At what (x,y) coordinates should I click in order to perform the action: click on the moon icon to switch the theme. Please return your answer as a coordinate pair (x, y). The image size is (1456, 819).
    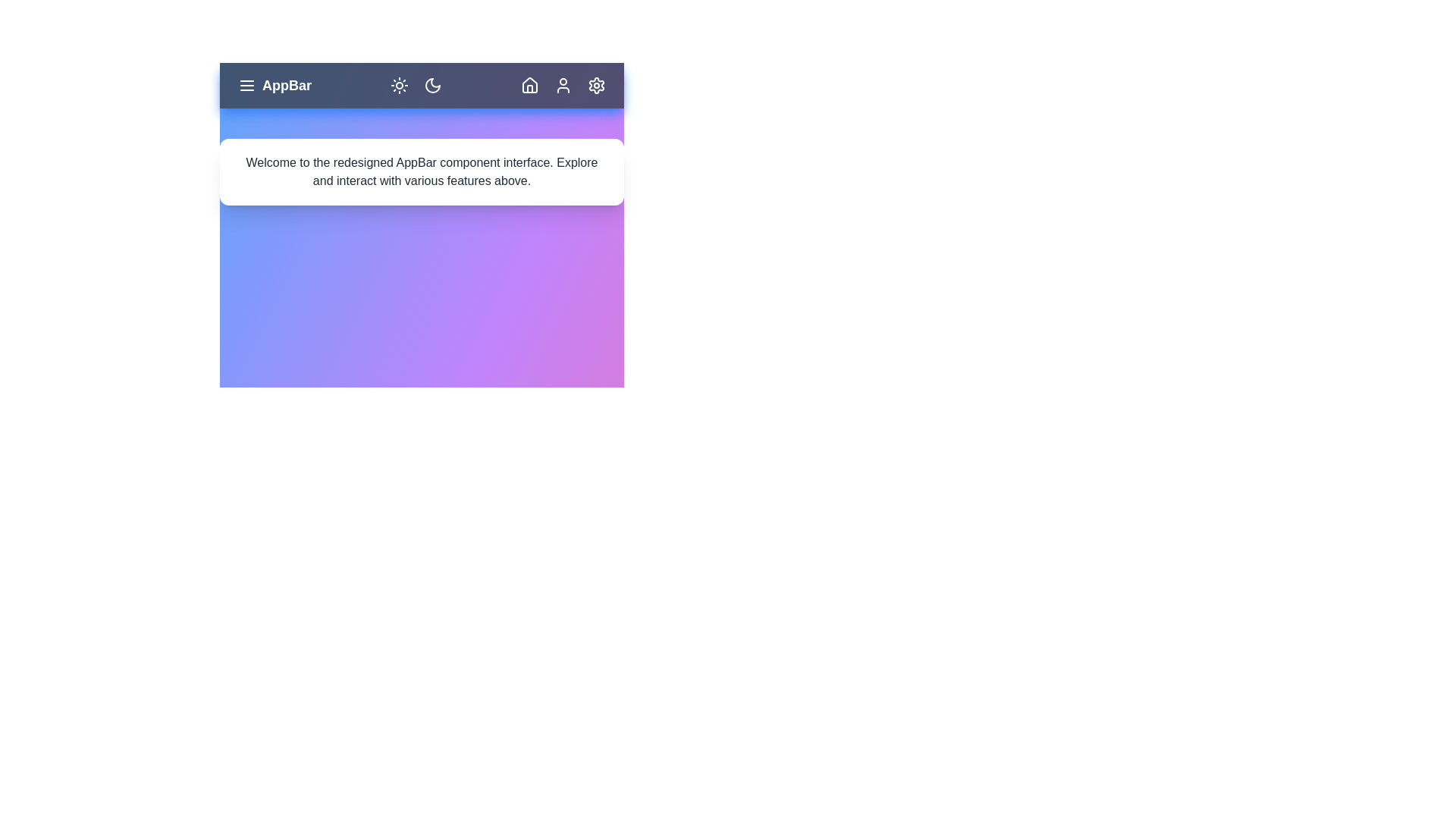
    Looking at the image, I should click on (432, 85).